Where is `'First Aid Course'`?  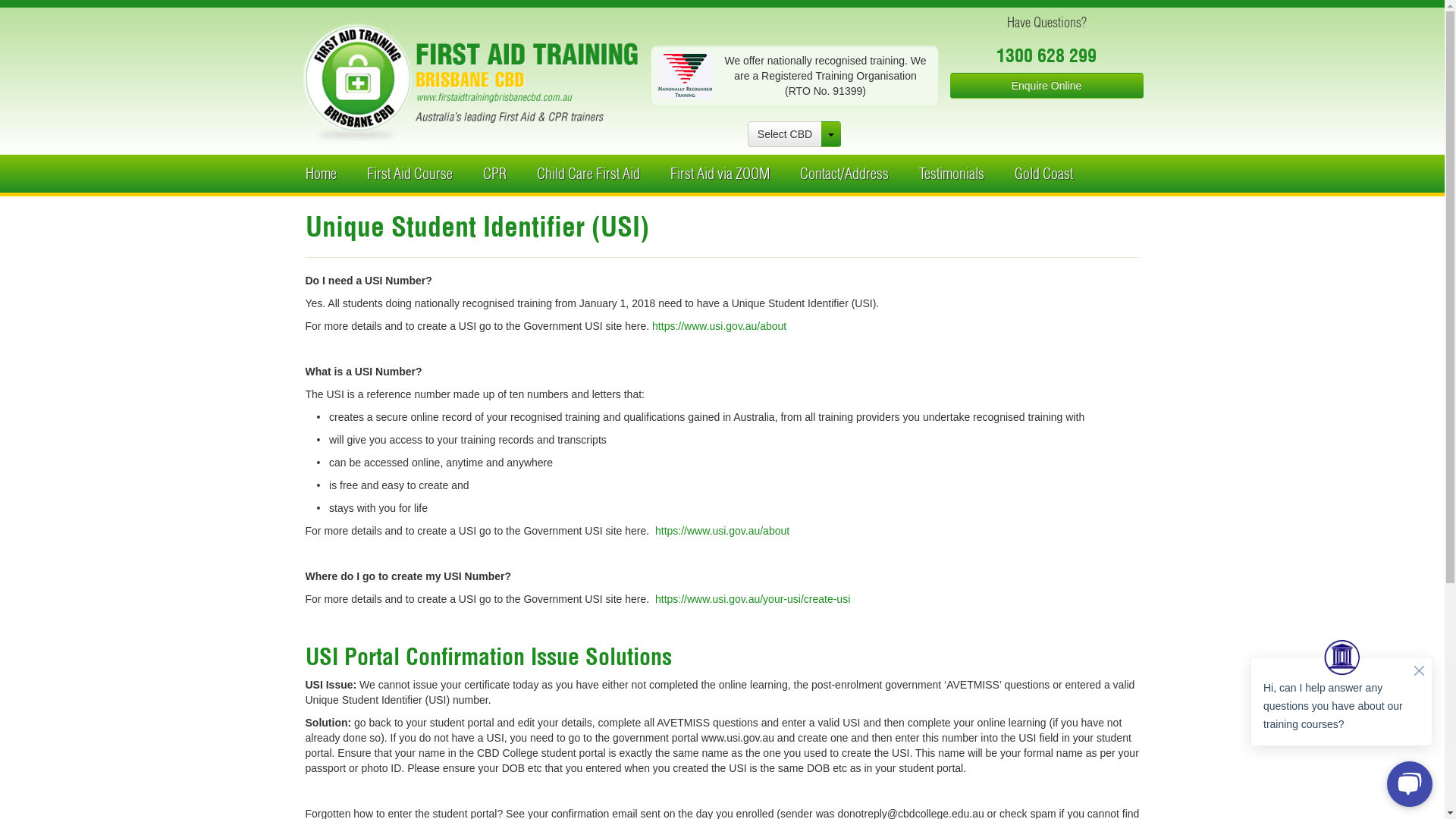
'First Aid Course' is located at coordinates (409, 172).